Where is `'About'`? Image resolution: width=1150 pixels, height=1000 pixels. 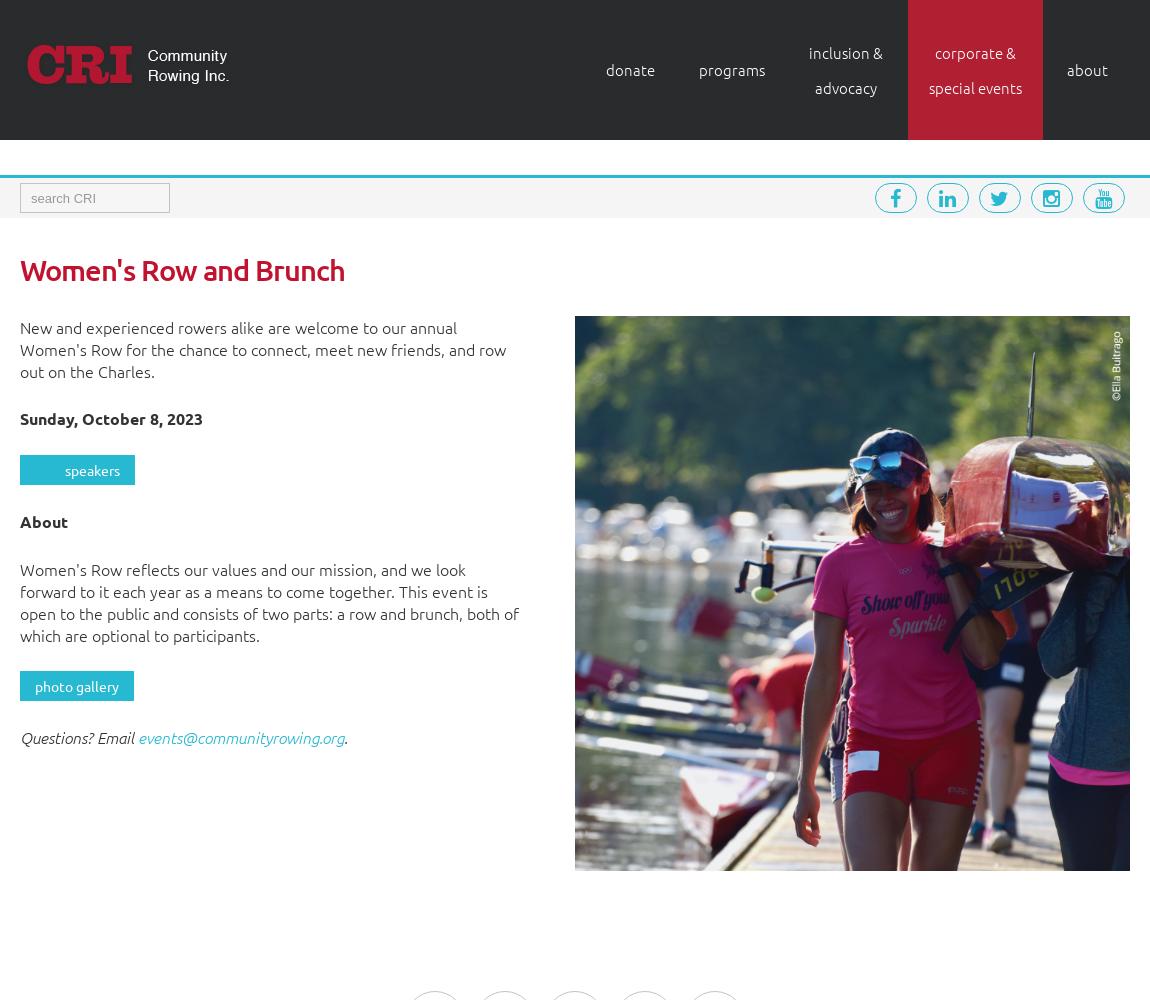
'About' is located at coordinates (43, 521).